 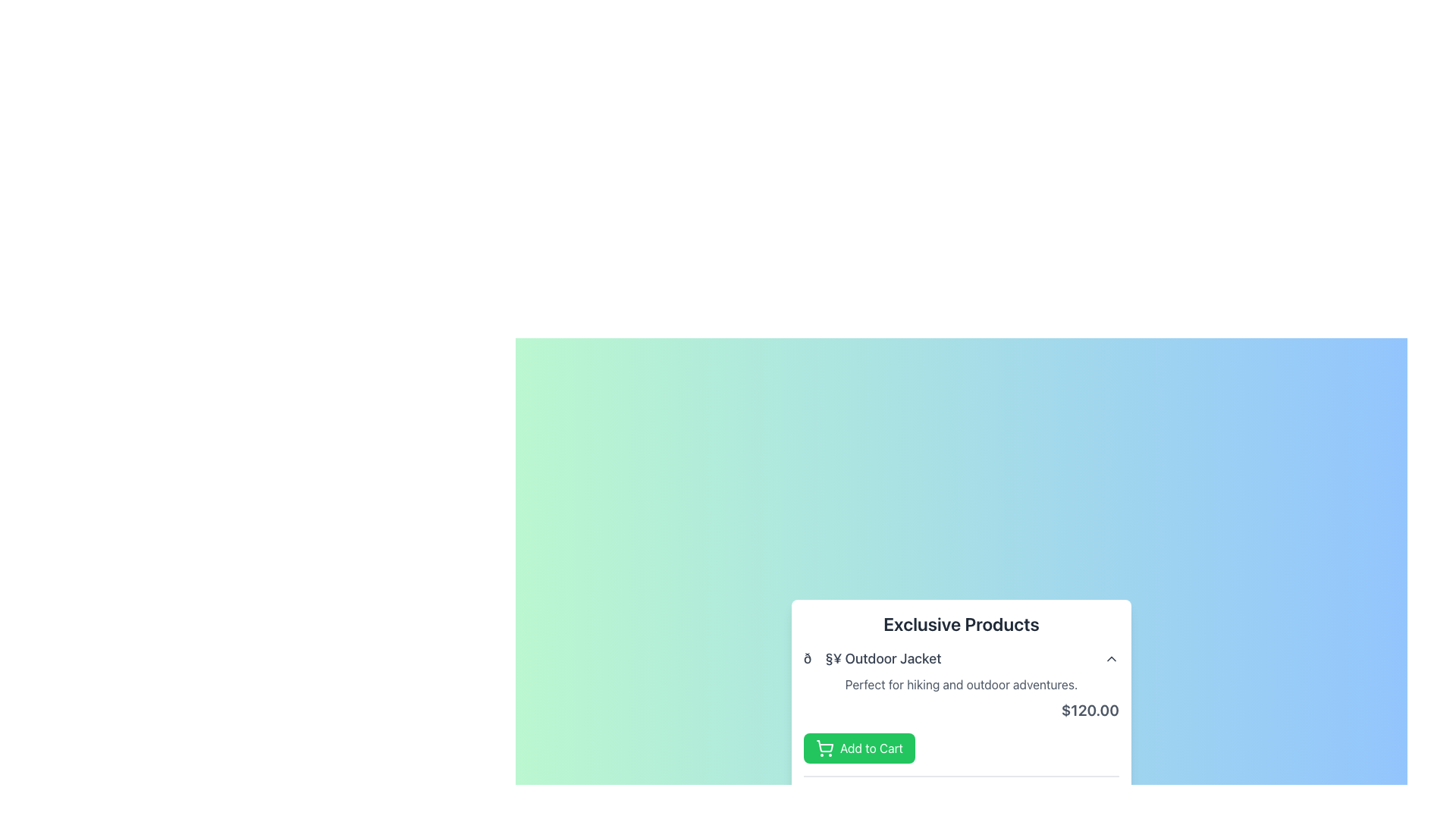 What do you see at coordinates (872, 657) in the screenshot?
I see `on the product title text label located at the top-left of the product card, which is positioned above the descriptive text paragraph` at bounding box center [872, 657].